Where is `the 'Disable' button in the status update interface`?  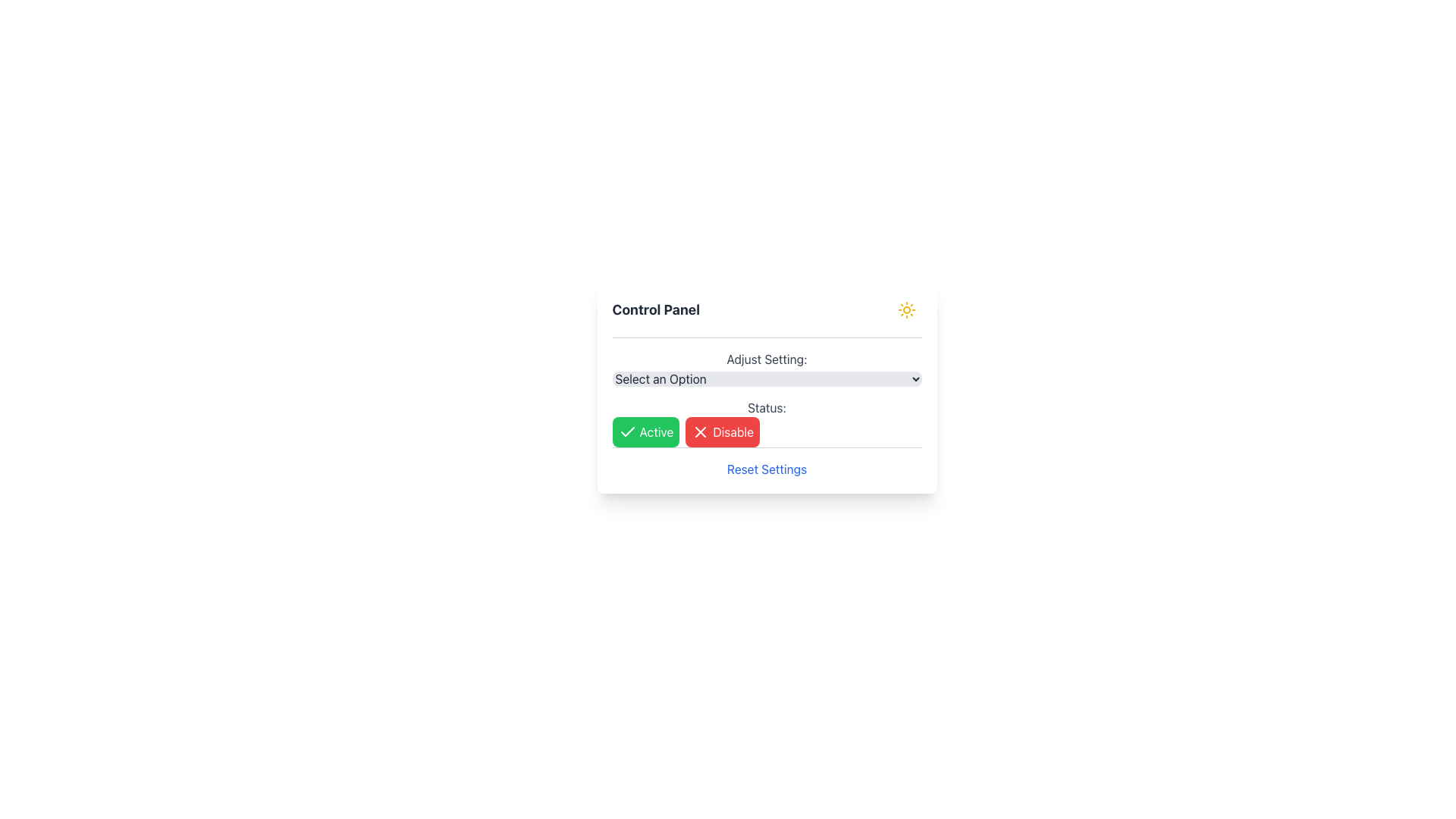
the 'Disable' button in the status update interface is located at coordinates (767, 423).